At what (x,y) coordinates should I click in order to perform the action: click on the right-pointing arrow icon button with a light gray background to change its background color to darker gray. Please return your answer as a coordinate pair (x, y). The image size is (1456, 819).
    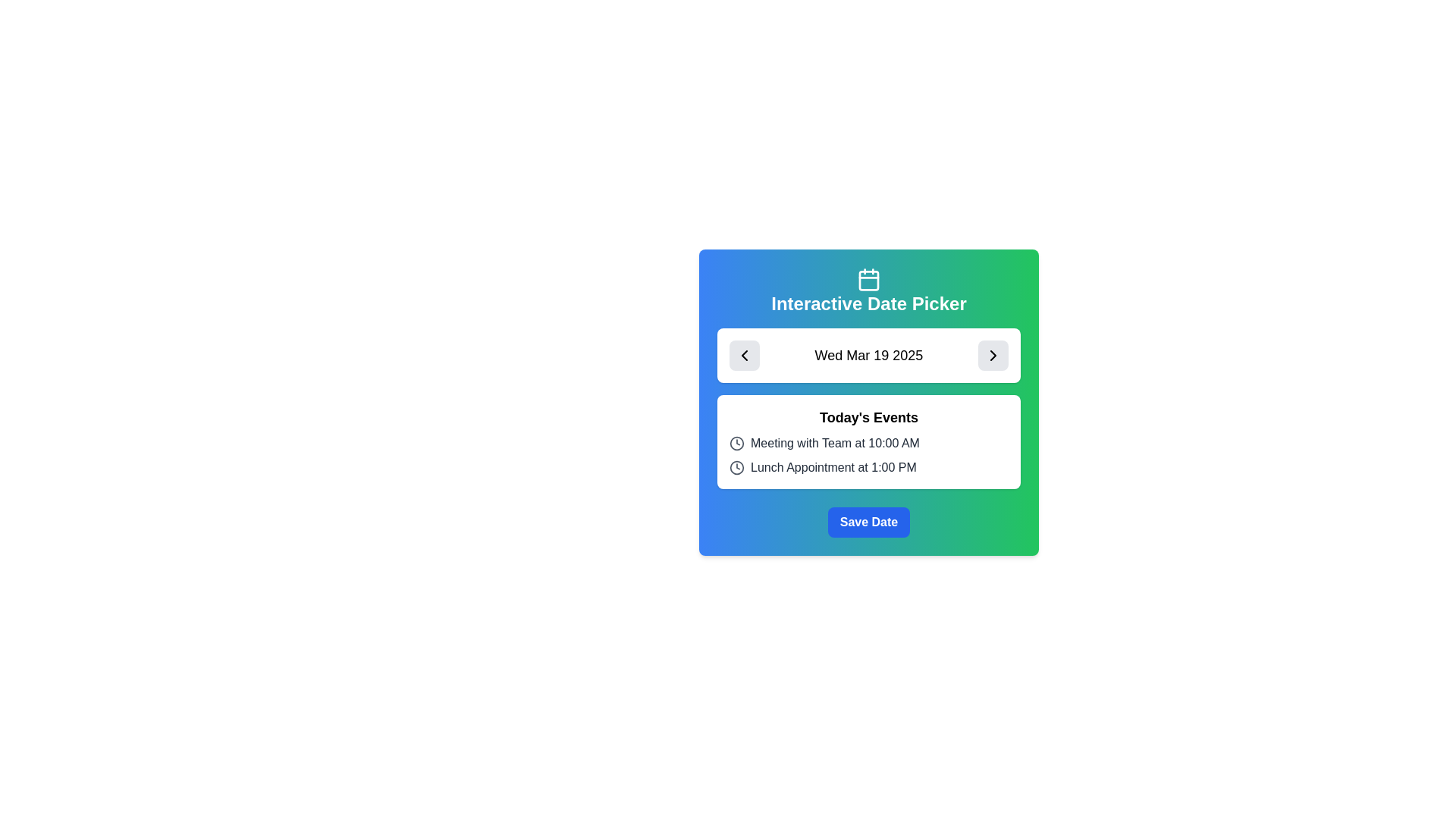
    Looking at the image, I should click on (993, 356).